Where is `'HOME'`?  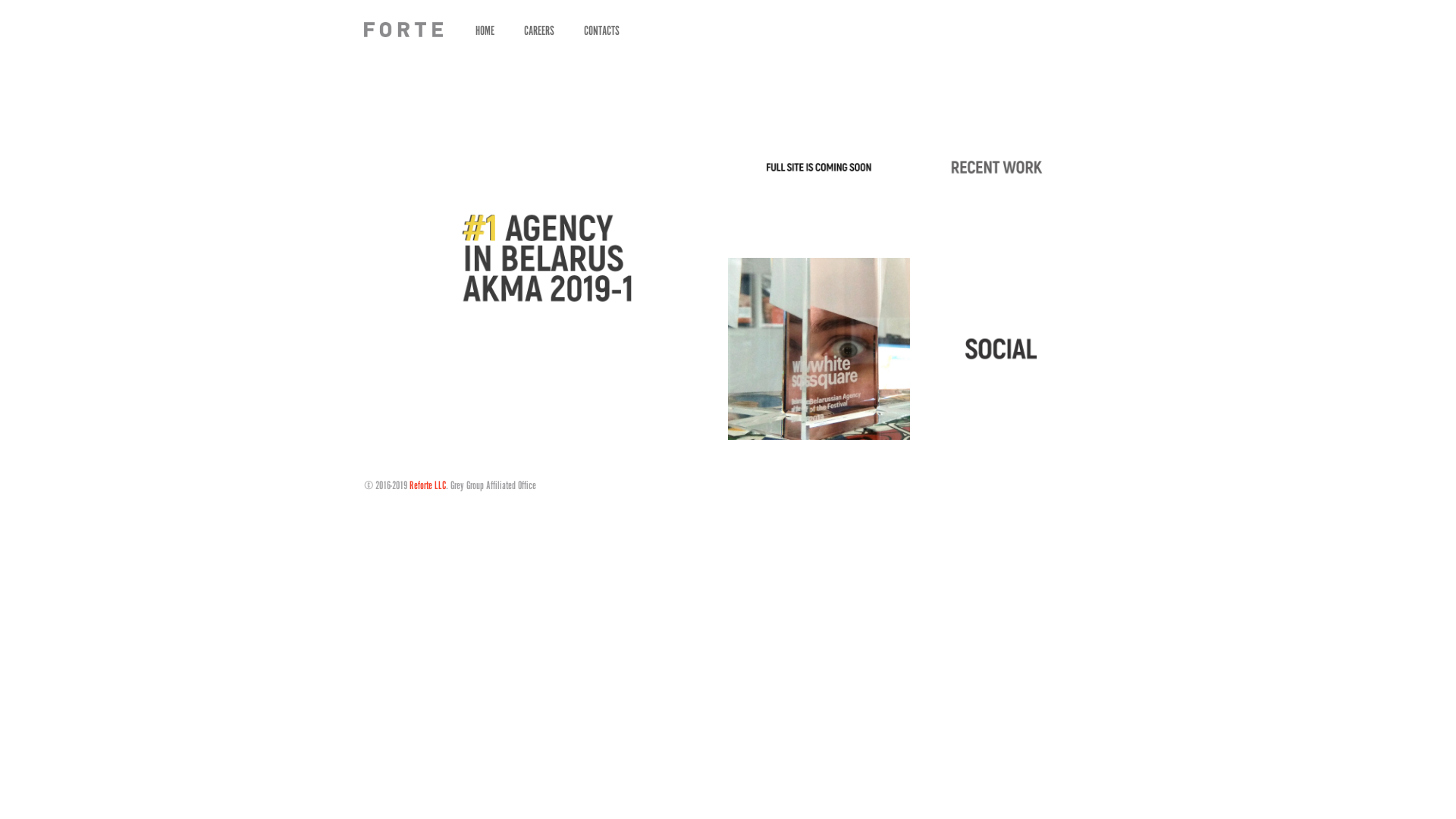
'HOME' is located at coordinates (484, 30).